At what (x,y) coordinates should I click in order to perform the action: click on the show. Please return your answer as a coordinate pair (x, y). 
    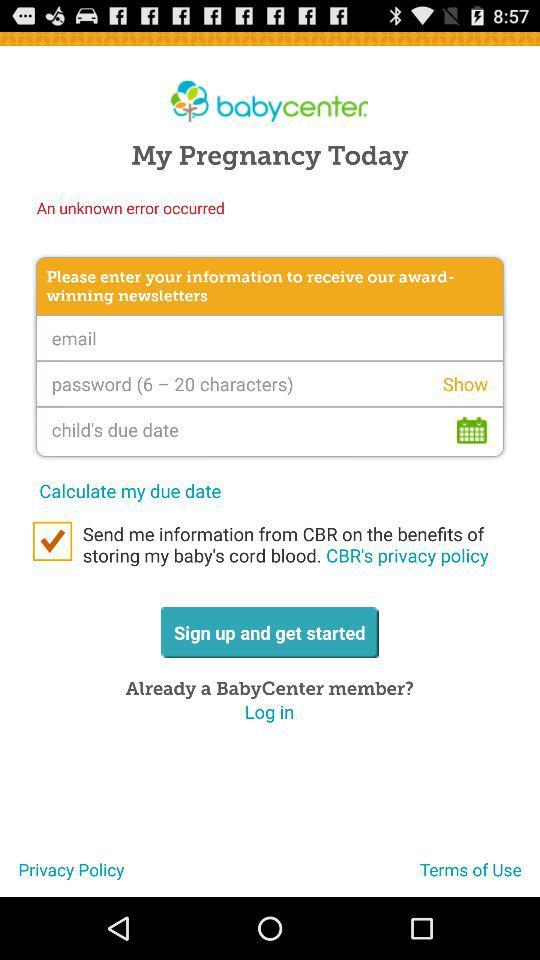
    Looking at the image, I should click on (465, 383).